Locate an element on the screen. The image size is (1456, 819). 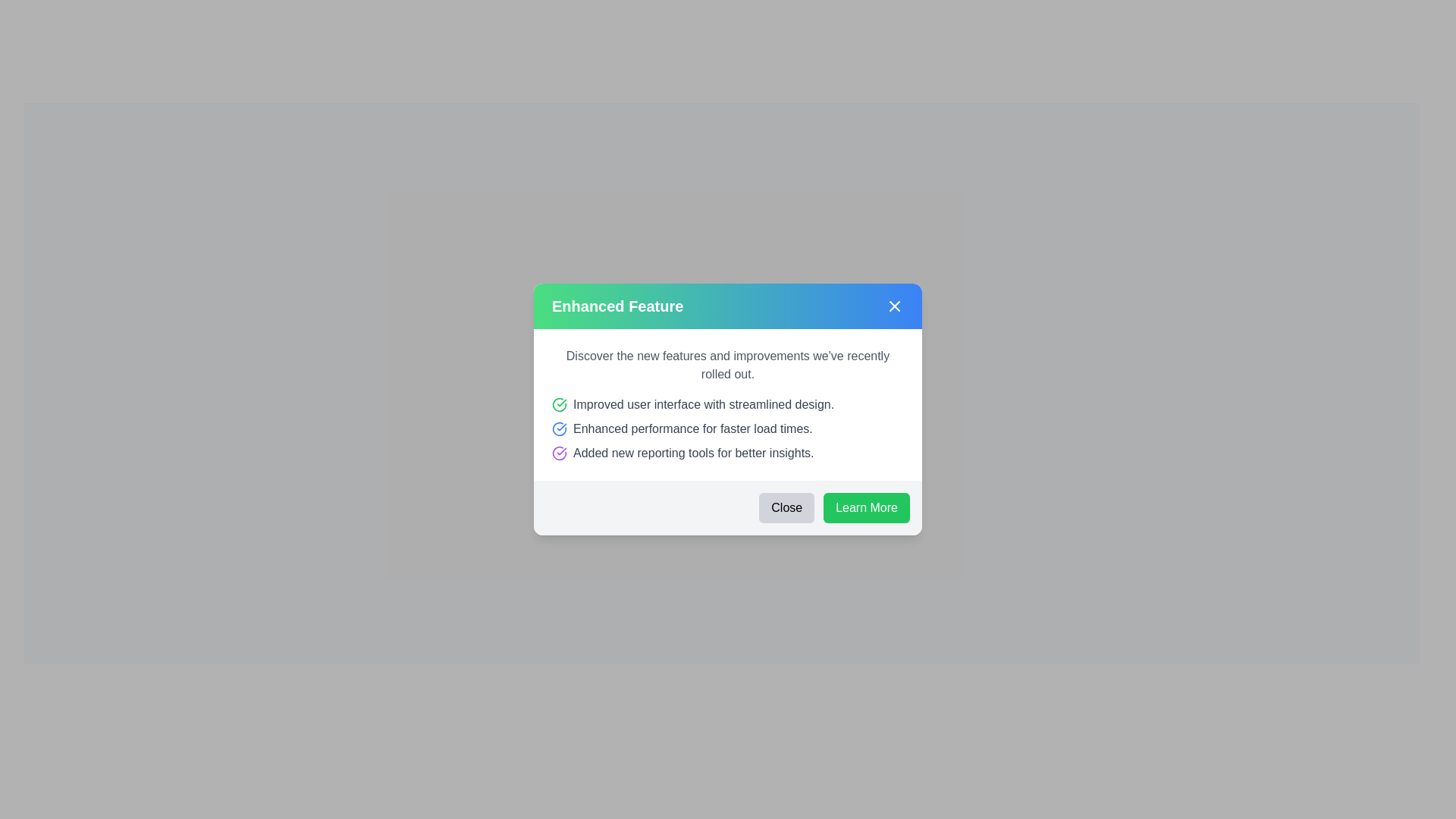
and comprehend the information provided in the third item of the informational list within the modal dialog, which conveys a feature update or enhancement to the user is located at coordinates (728, 452).